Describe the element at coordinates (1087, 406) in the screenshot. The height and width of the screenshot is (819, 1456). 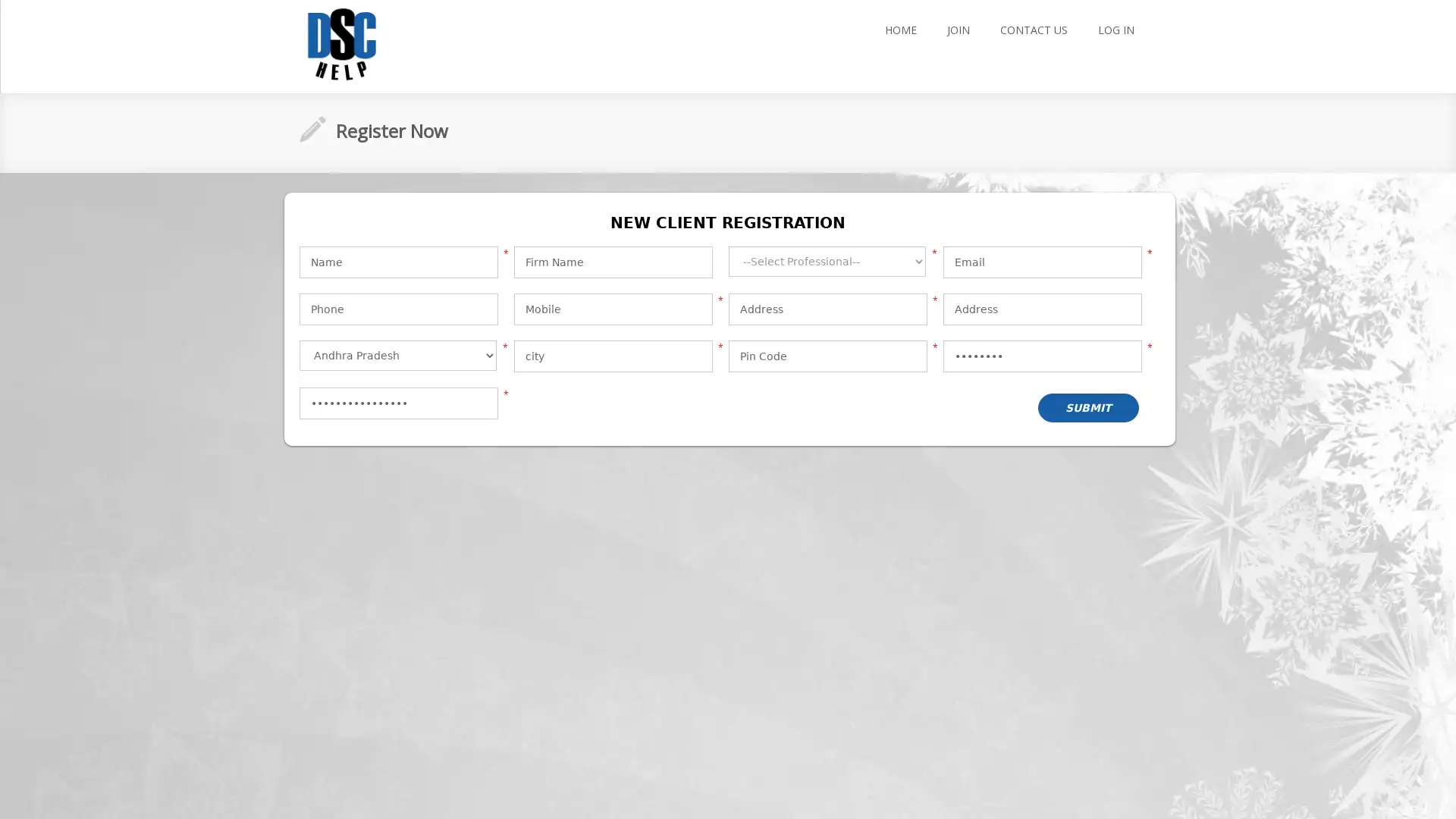
I see `Submit` at that location.